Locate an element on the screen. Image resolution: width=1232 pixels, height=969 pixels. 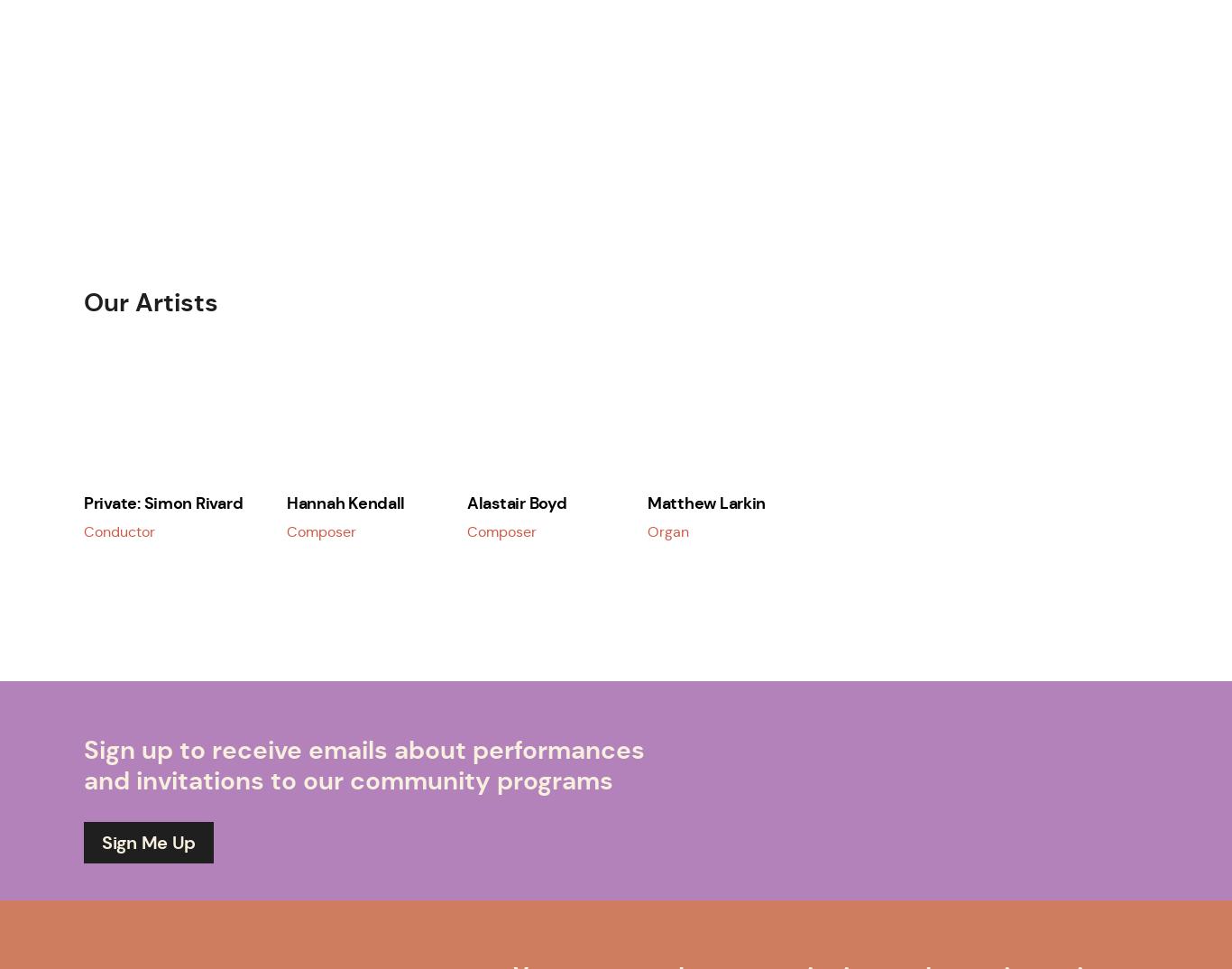
'Matthew Larkin' is located at coordinates (706, 501).